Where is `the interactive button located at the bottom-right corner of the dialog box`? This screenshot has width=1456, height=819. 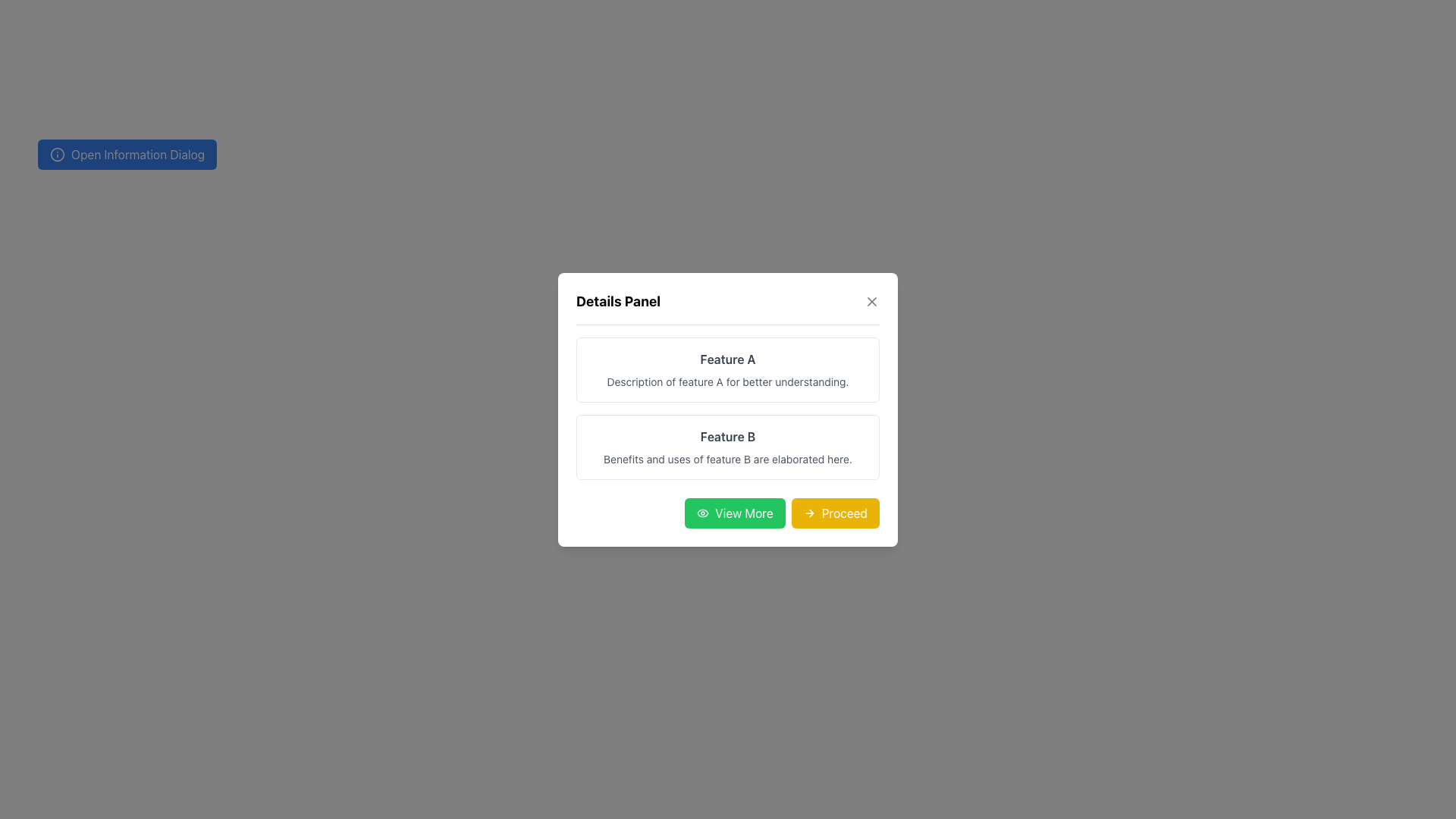 the interactive button located at the bottom-right corner of the dialog box is located at coordinates (834, 512).